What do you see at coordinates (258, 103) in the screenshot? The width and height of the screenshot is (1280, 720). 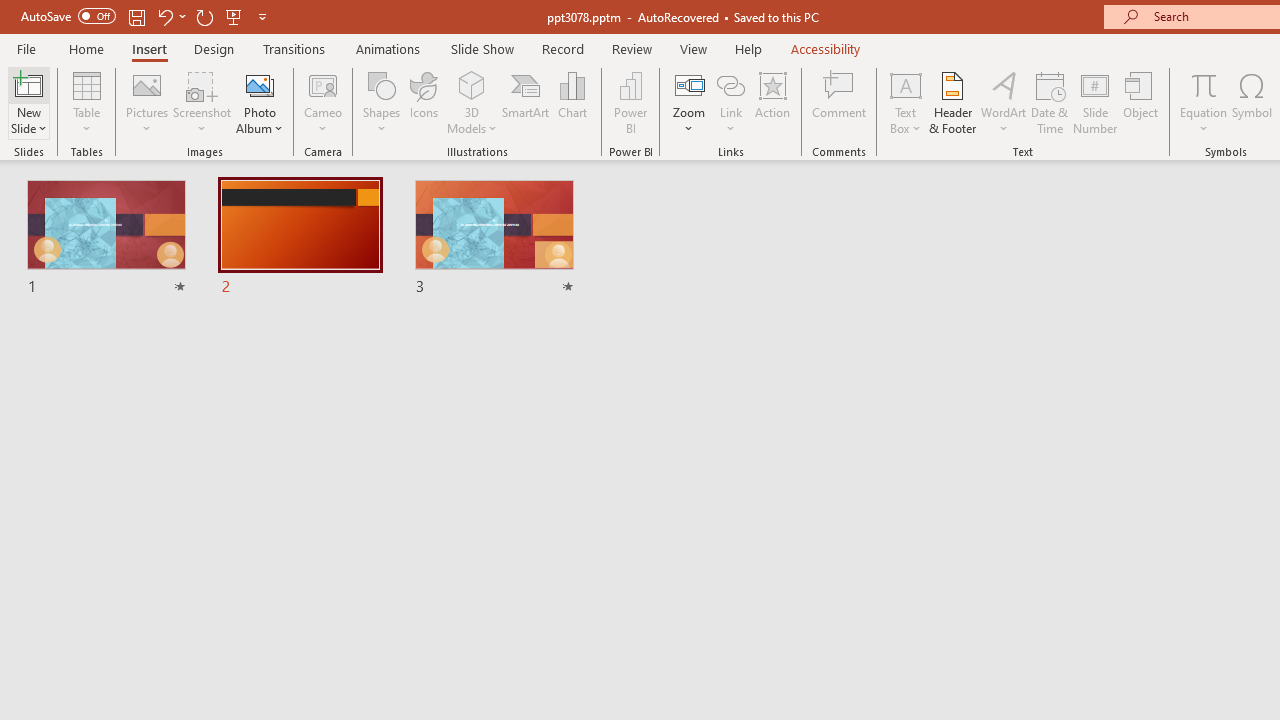 I see `'Photo Album...'` at bounding box center [258, 103].